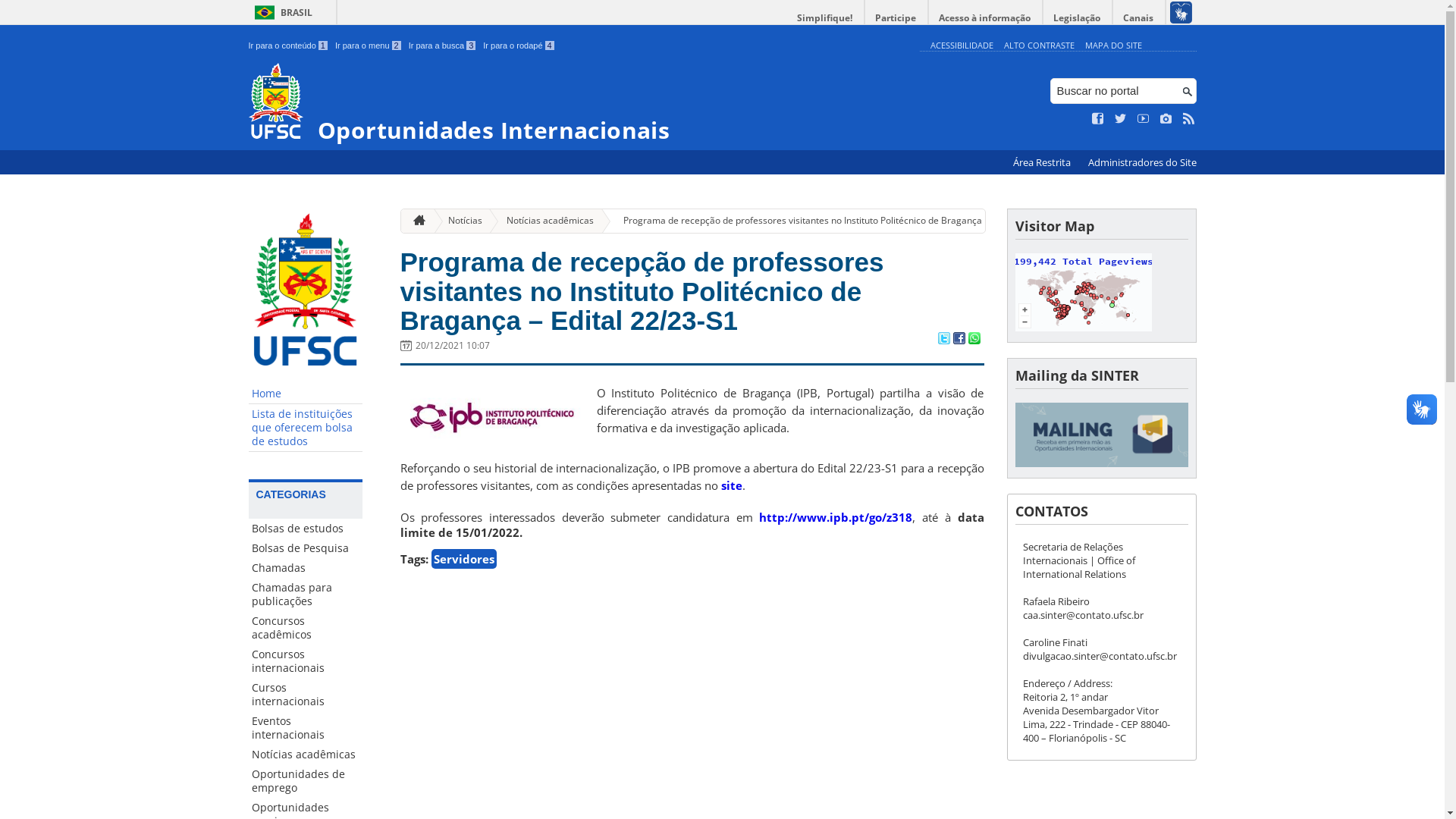 The image size is (1456, 819). What do you see at coordinates (462, 558) in the screenshot?
I see `'Servidores'` at bounding box center [462, 558].